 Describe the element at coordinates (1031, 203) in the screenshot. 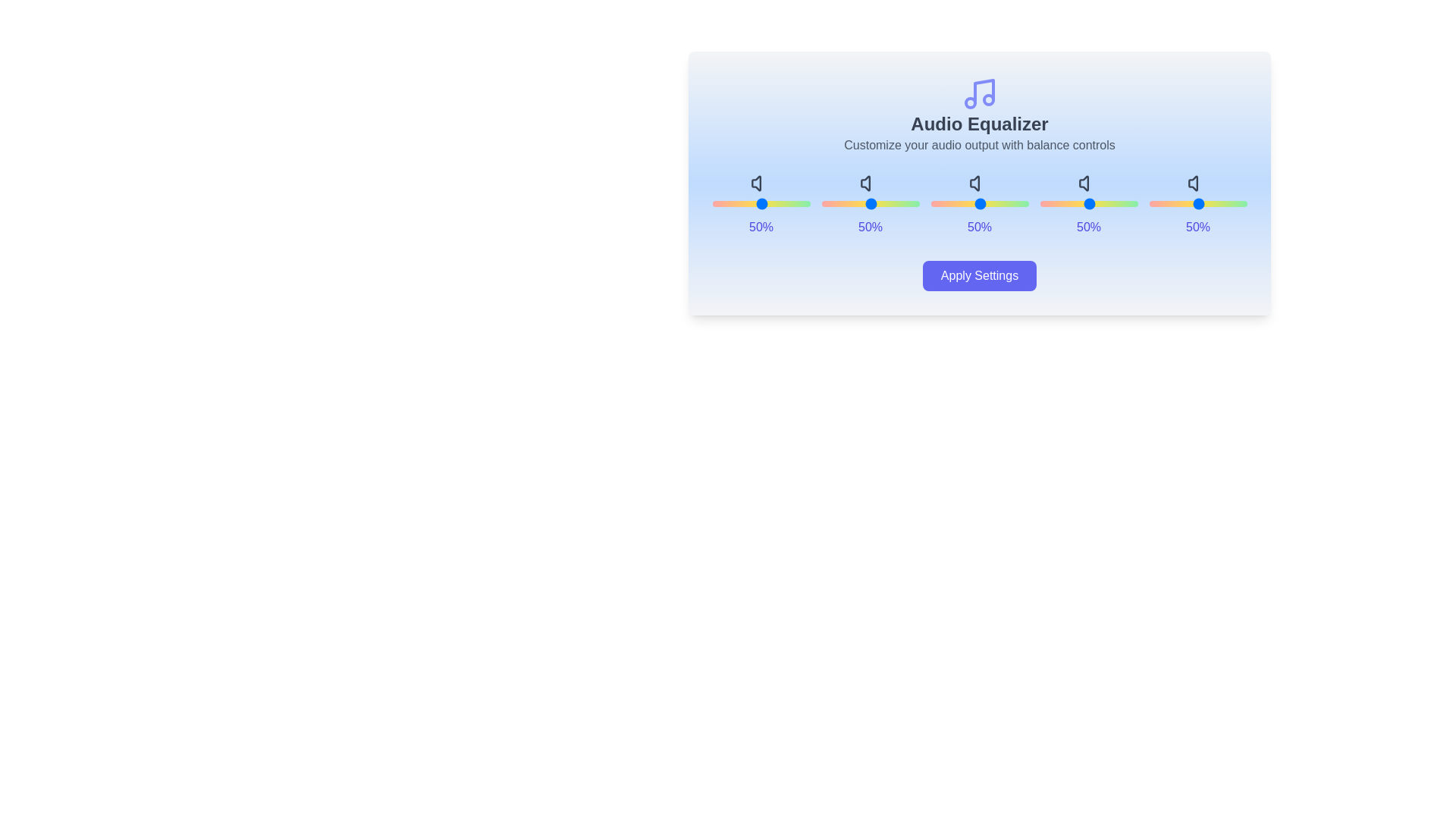

I see `the slider for band 2 to 67%` at that location.